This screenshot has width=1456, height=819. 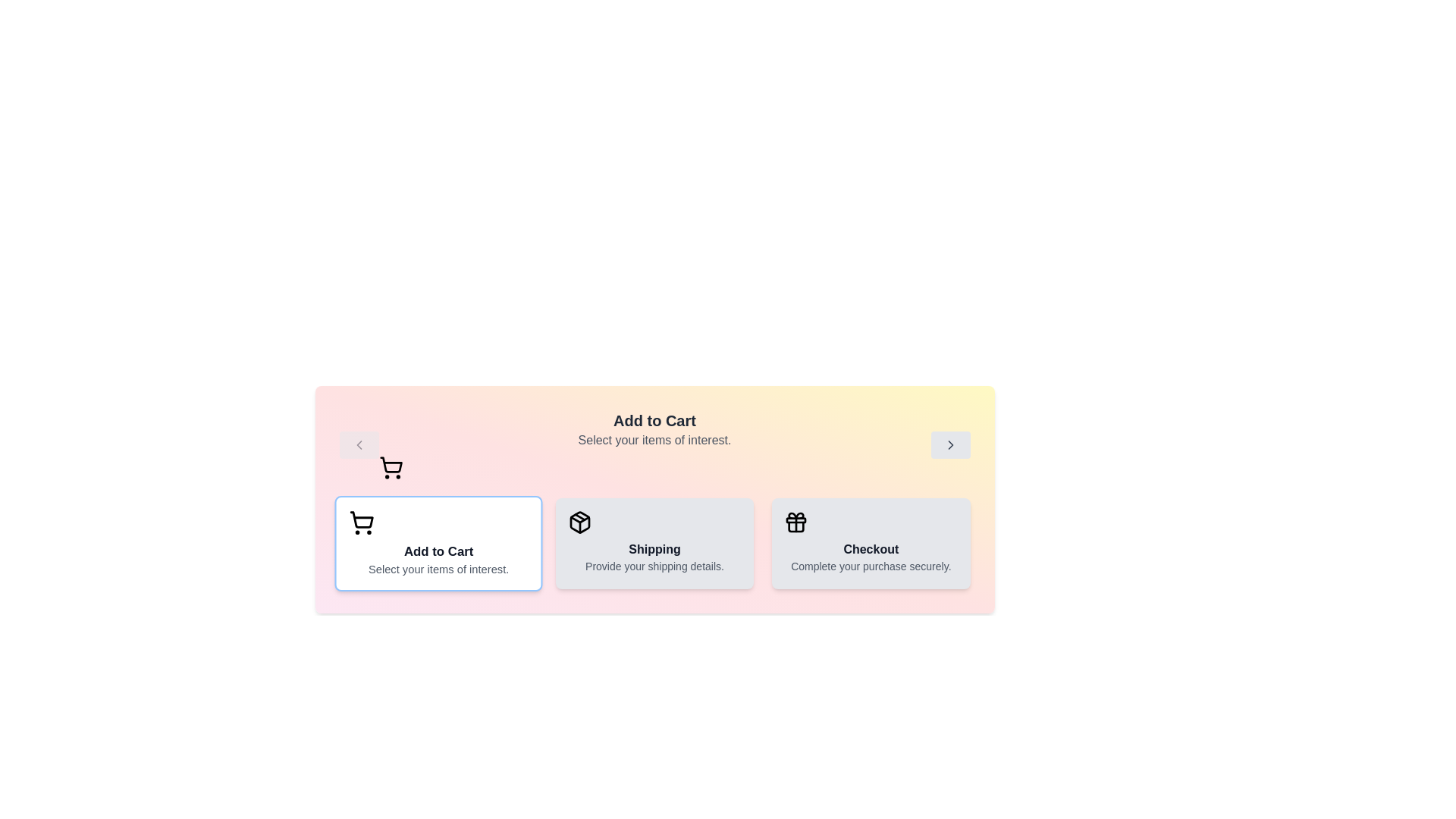 I want to click on the label that displays 'Add to Cart' with the description 'Select your items of interest.' which is centrally located above the selectable boxes, so click(x=654, y=444).